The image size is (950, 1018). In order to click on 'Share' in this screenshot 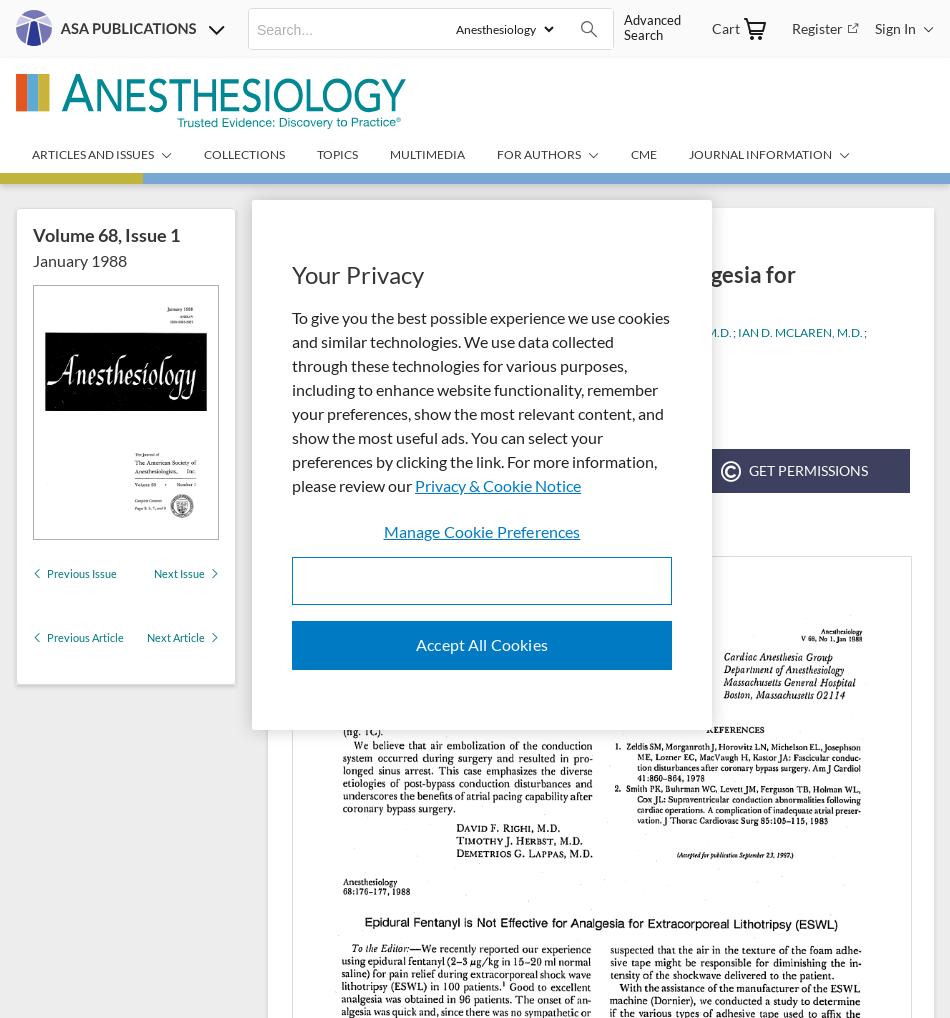, I will do `click(584, 470)`.